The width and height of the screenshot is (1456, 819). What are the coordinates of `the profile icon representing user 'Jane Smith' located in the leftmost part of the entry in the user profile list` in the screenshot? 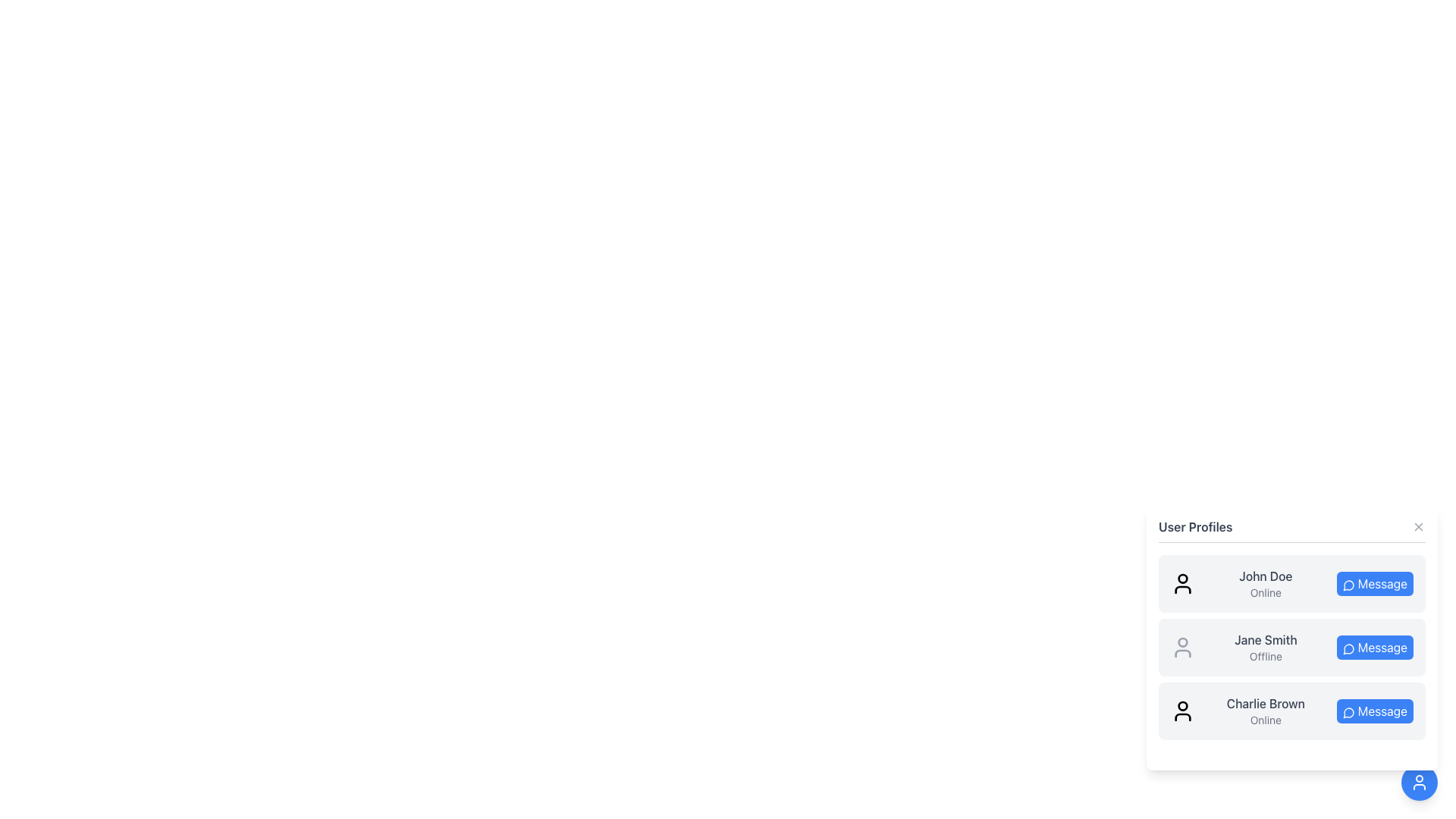 It's located at (1182, 647).